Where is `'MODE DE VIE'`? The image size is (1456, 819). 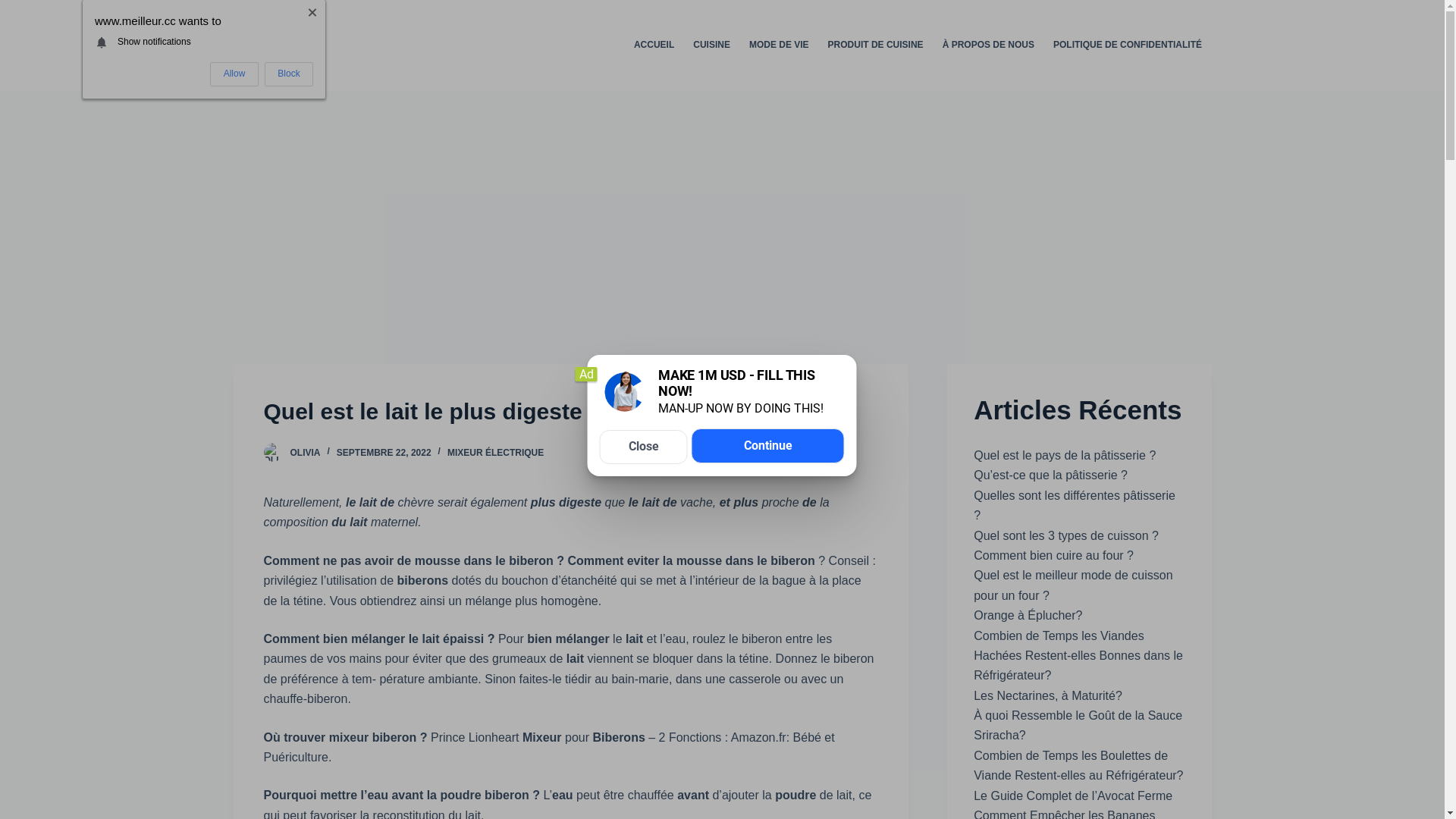 'MODE DE VIE' is located at coordinates (779, 45).